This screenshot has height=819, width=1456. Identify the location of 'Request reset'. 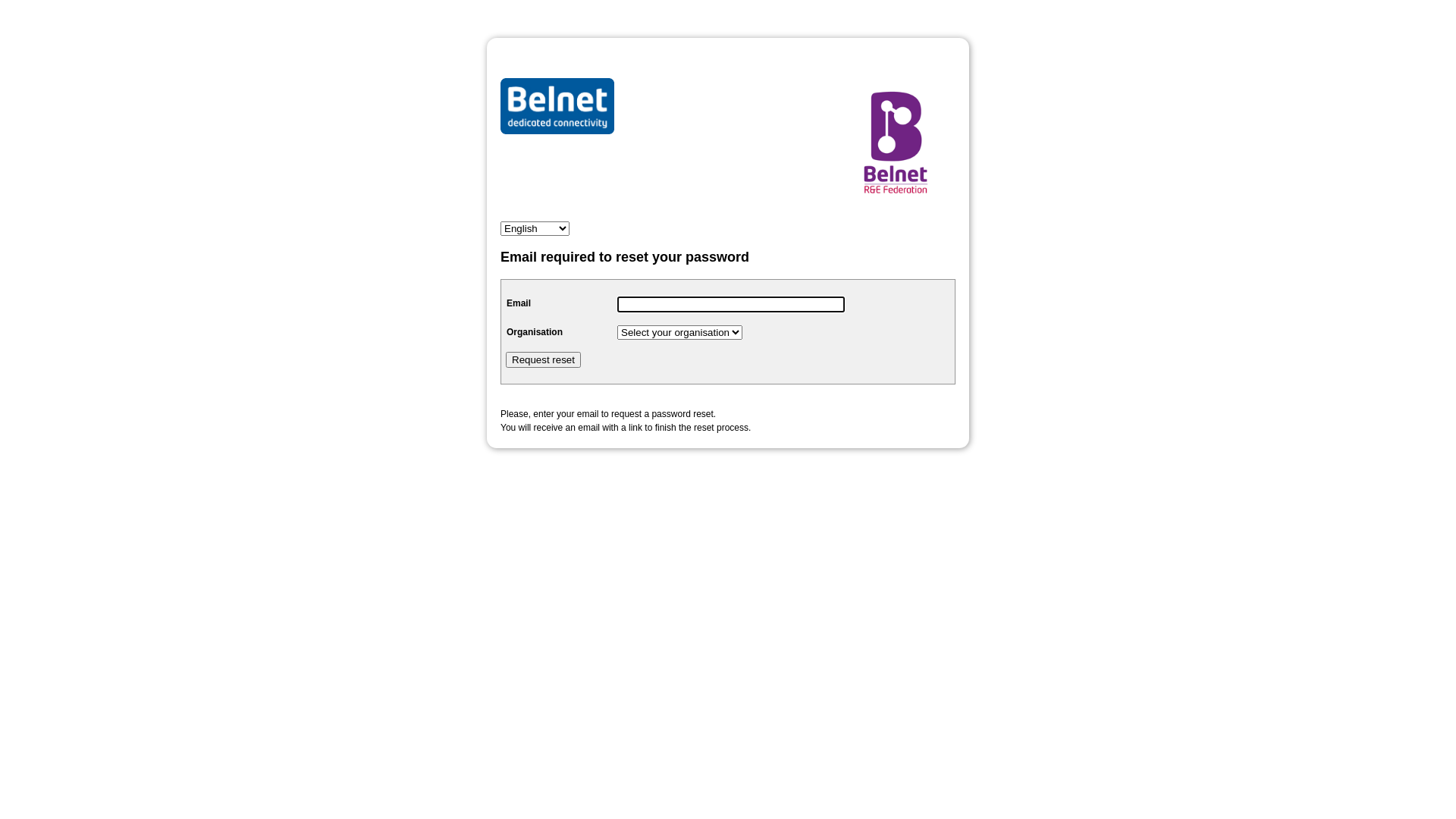
(543, 359).